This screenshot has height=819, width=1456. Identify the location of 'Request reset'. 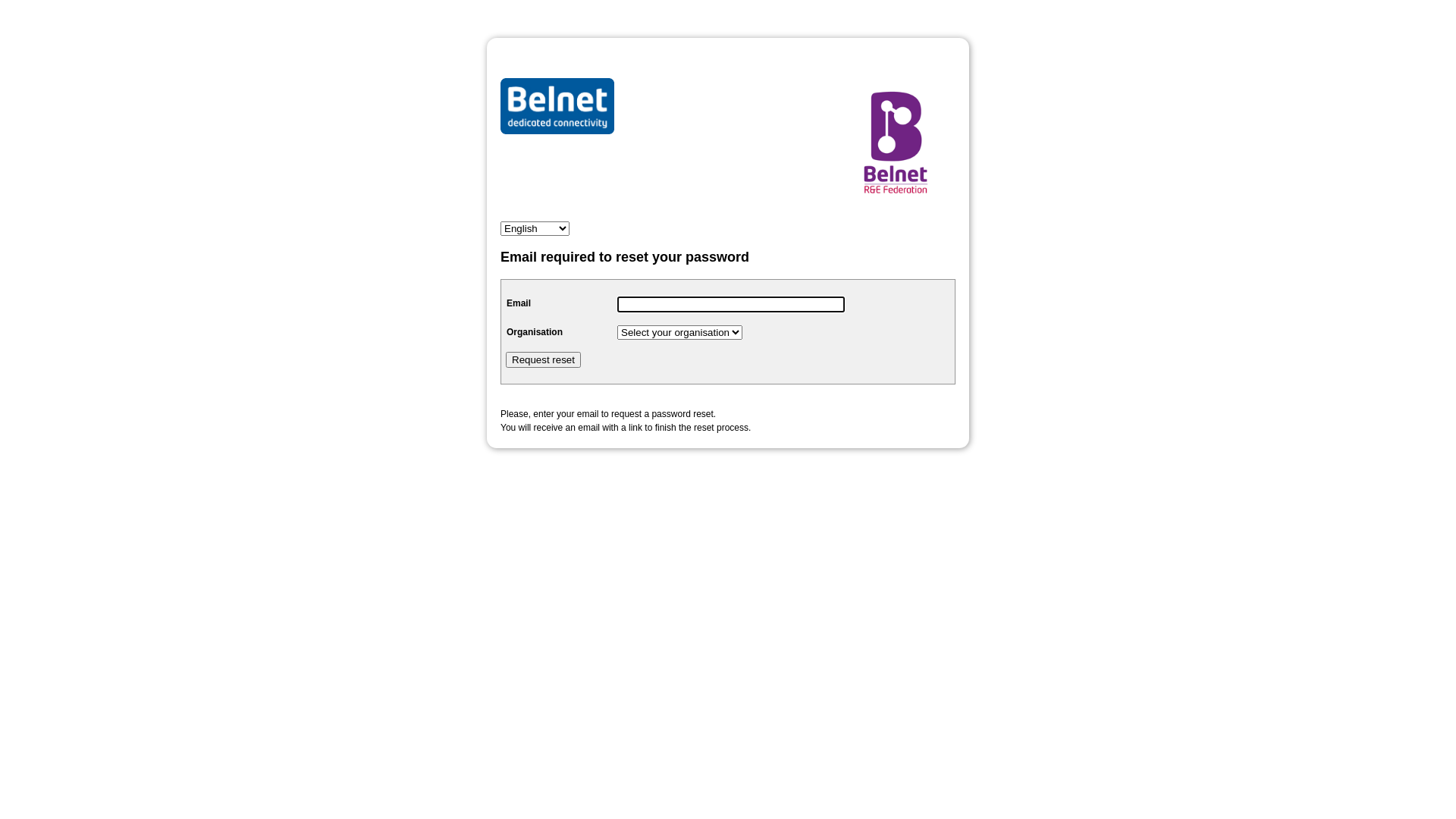
(543, 359).